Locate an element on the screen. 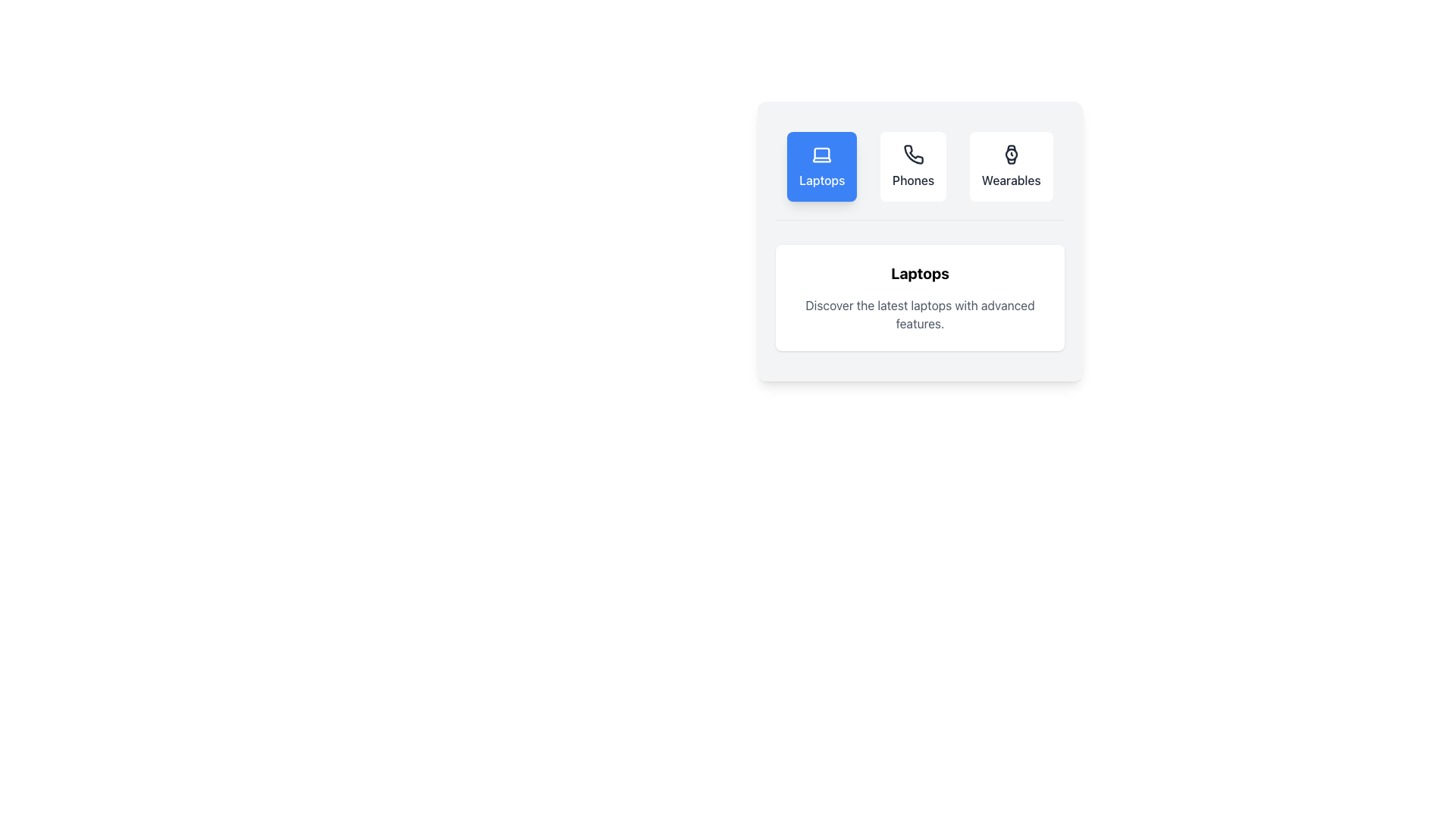 The width and height of the screenshot is (1456, 819). the compact, dark-colored watch icon located at the top of the 'Wearables' section is located at coordinates (1011, 155).